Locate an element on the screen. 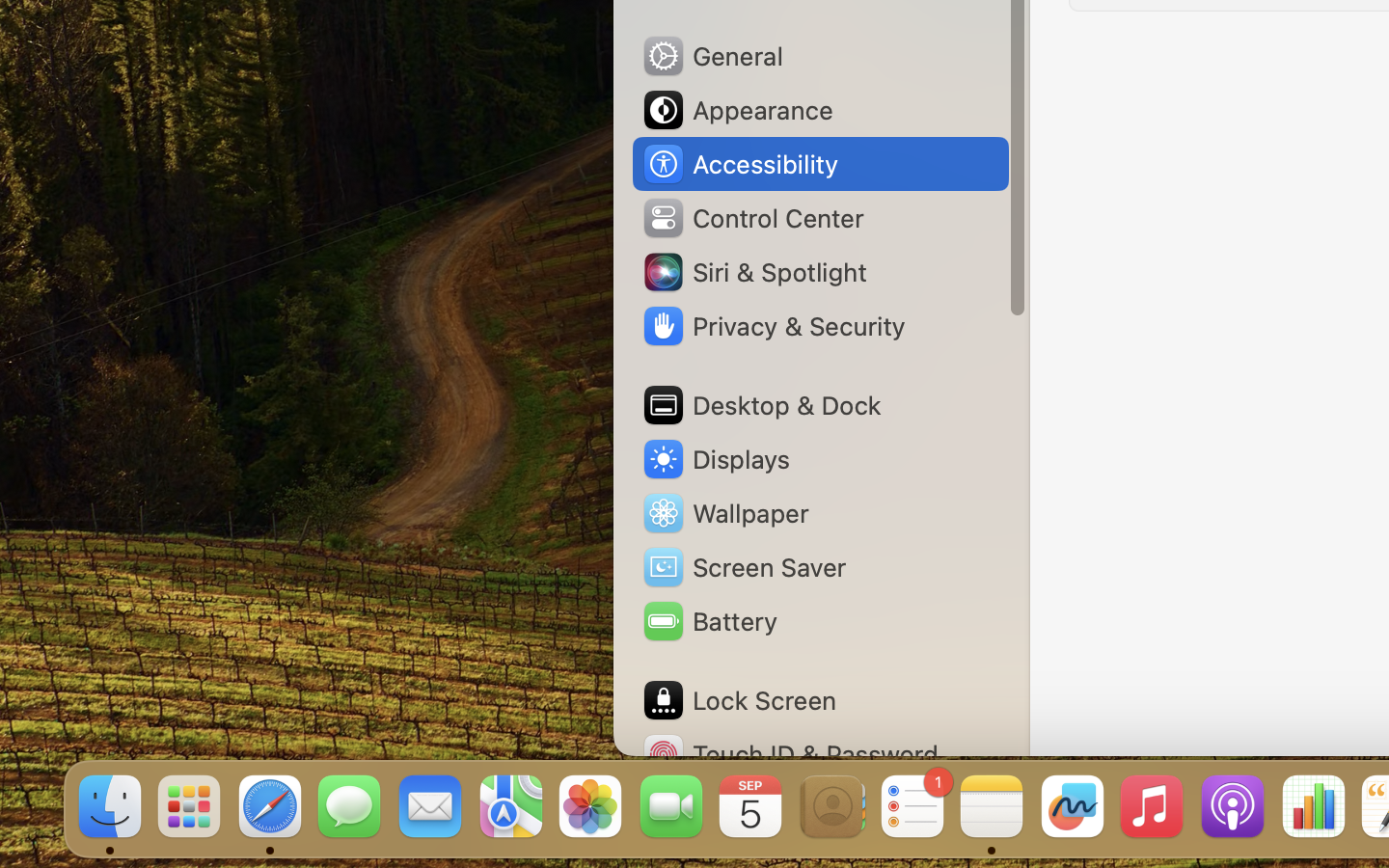 This screenshot has height=868, width=1389. 'Screen Saver' is located at coordinates (742, 566).